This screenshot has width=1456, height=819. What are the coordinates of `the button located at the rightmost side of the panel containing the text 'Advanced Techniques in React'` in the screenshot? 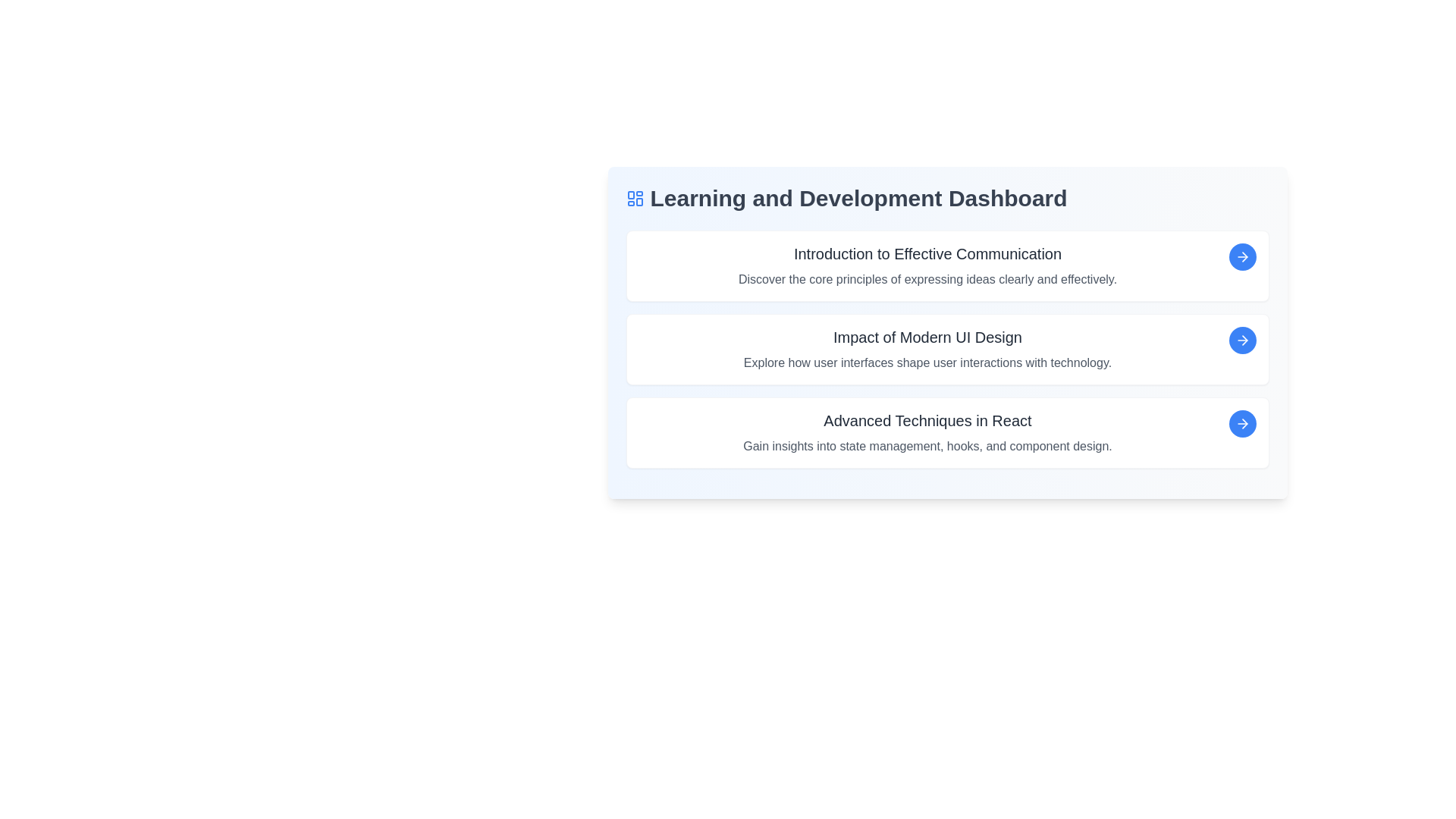 It's located at (1242, 424).